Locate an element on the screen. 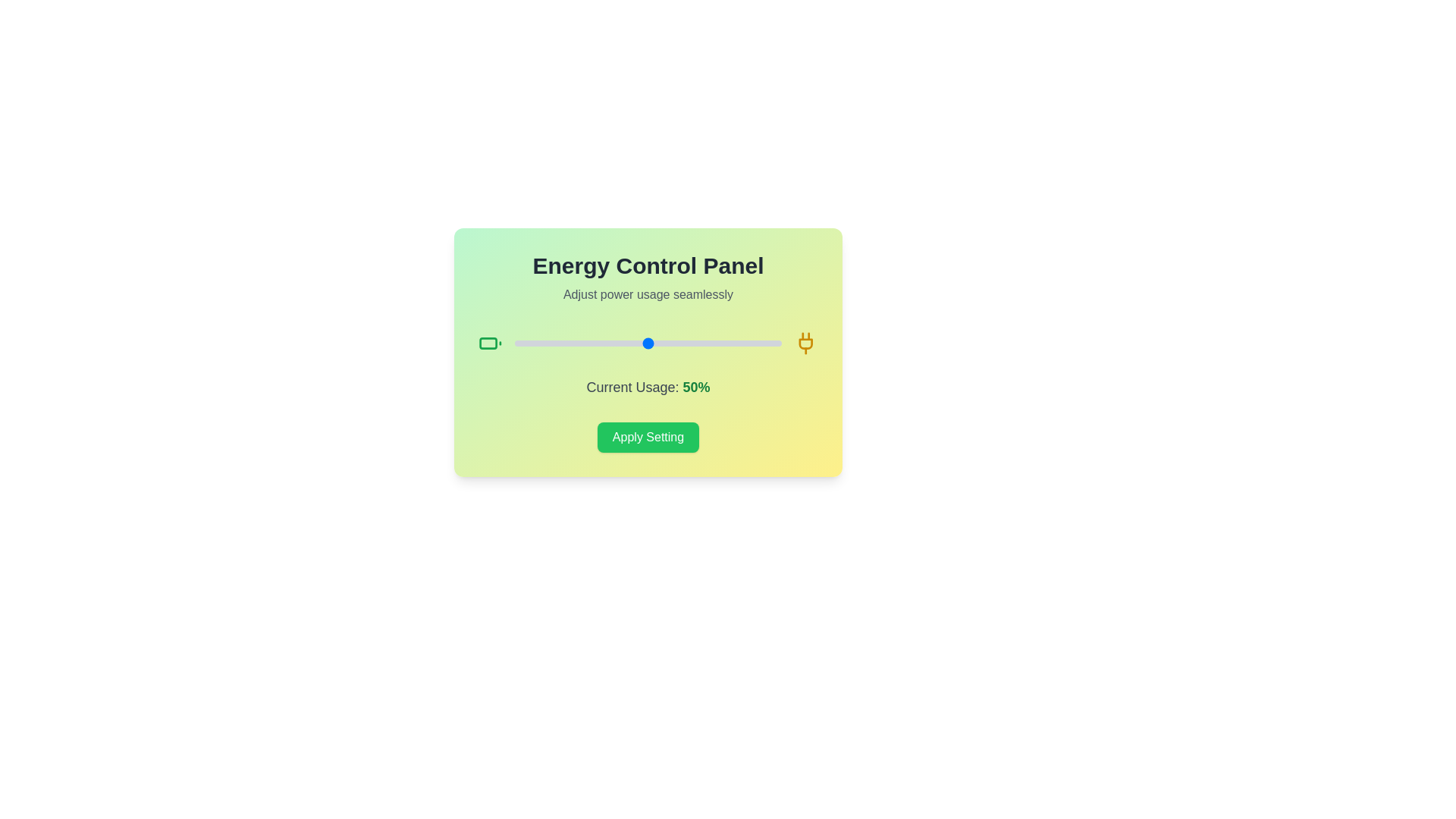  the slider is located at coordinates (758, 343).